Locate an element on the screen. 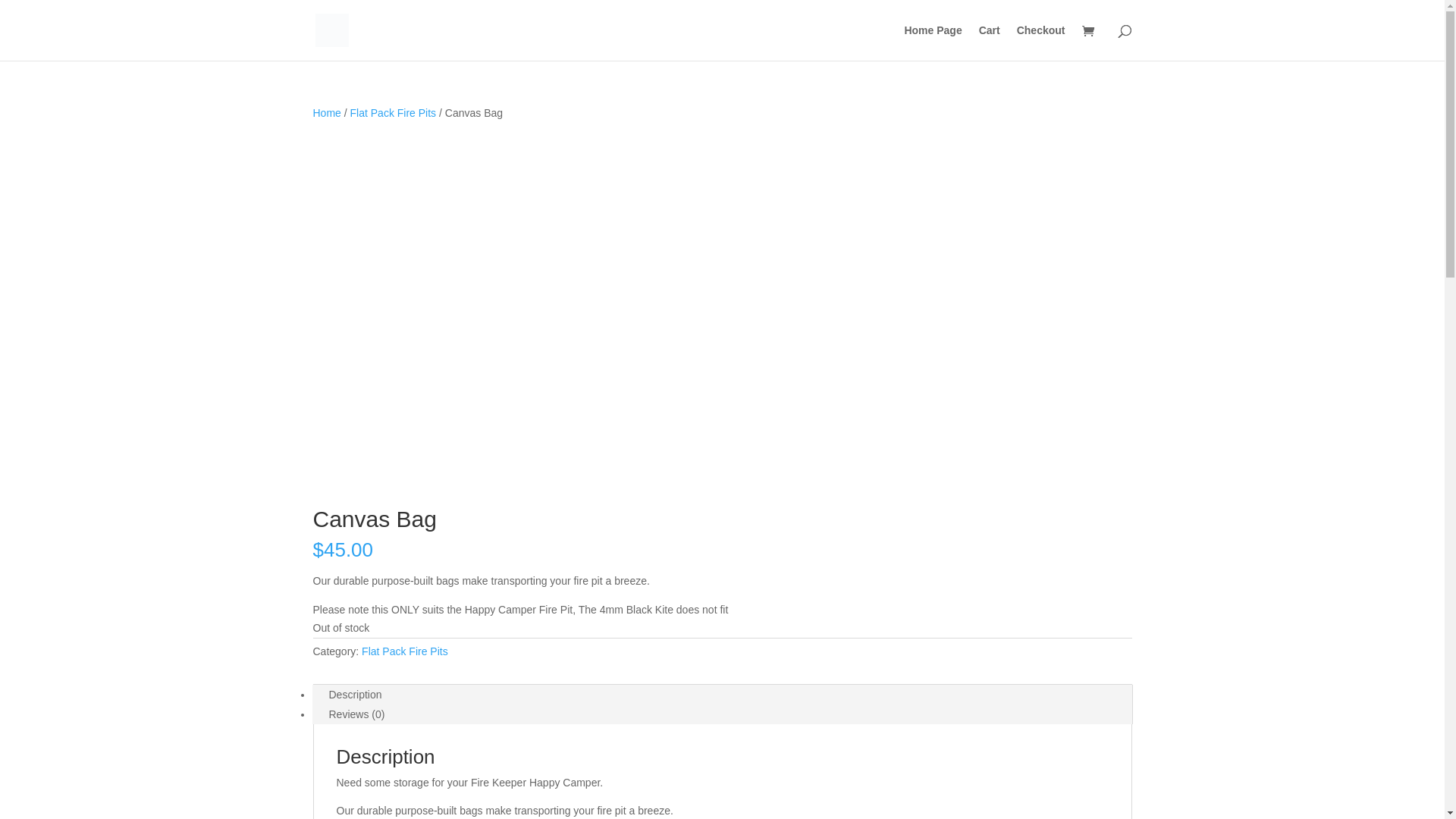  'Cart' is located at coordinates (990, 42).